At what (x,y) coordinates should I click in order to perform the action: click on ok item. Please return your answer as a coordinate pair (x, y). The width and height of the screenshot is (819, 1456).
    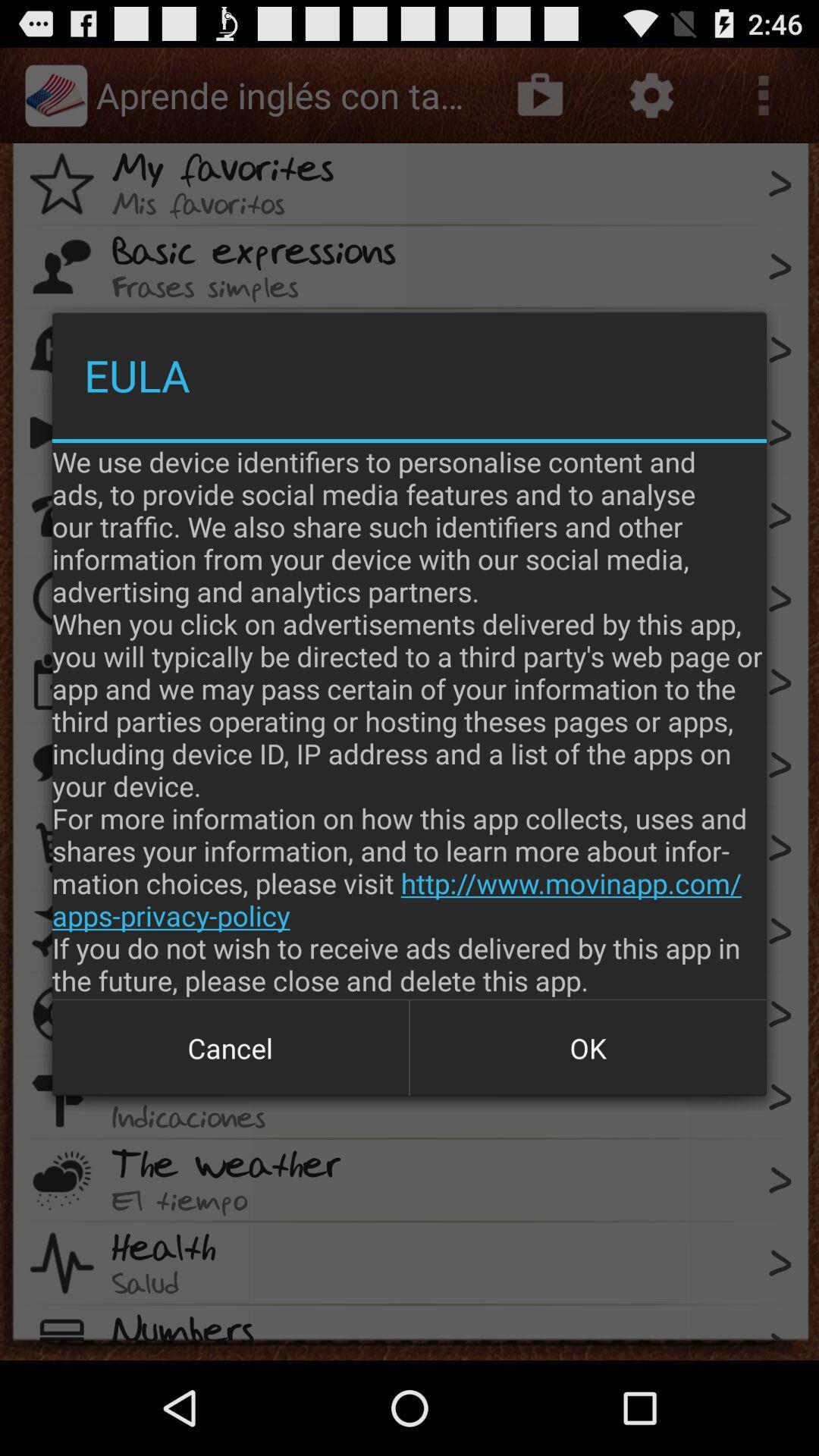
    Looking at the image, I should click on (587, 1047).